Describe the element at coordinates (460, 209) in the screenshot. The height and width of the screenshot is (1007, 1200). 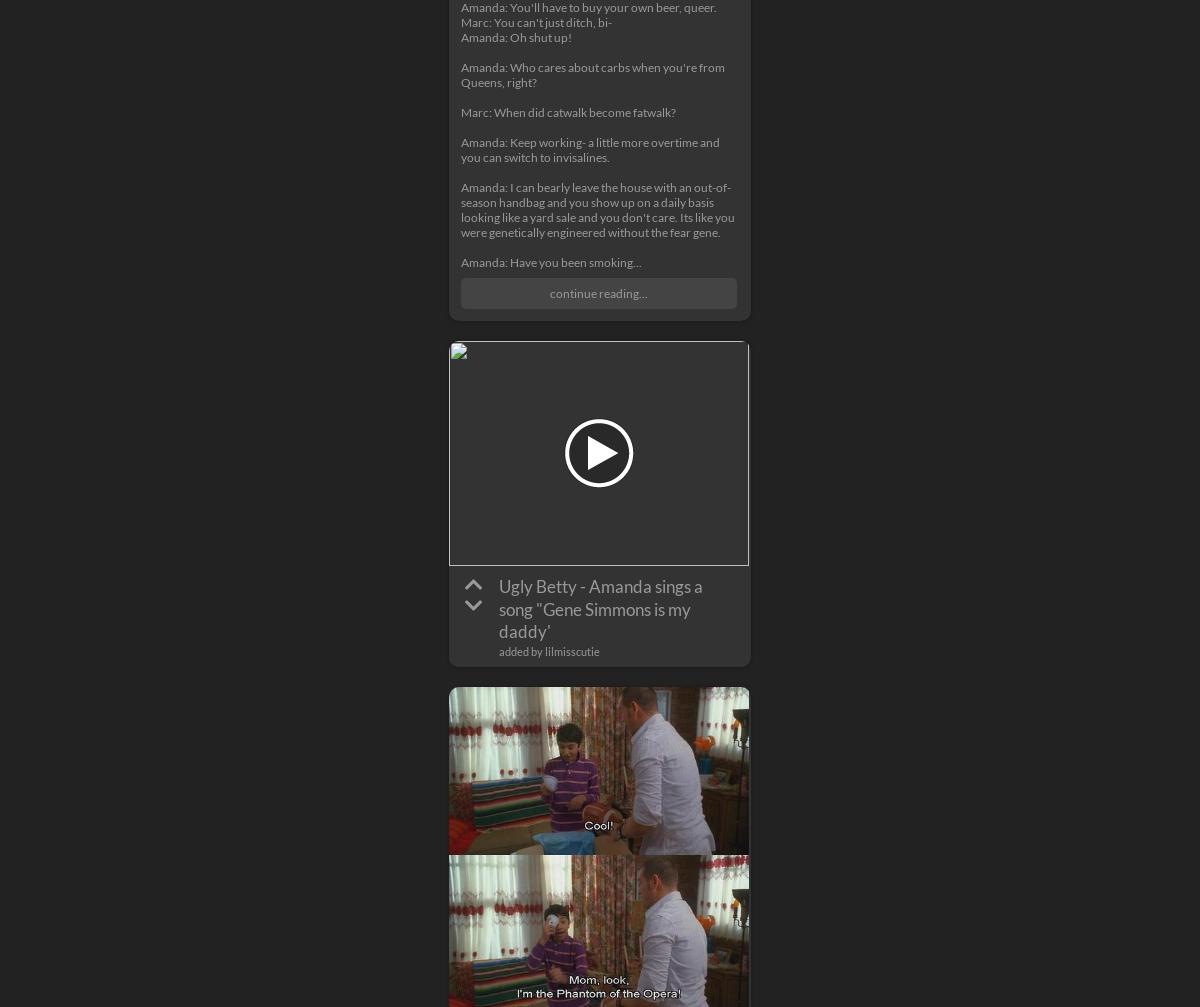
I see `'Amanda: I can bearly leave the house with an out-of-season handbag and you show up on a daily basis looking like a yard sale and you don't care. Its like you were genetically engineered without the fear gene.'` at that location.